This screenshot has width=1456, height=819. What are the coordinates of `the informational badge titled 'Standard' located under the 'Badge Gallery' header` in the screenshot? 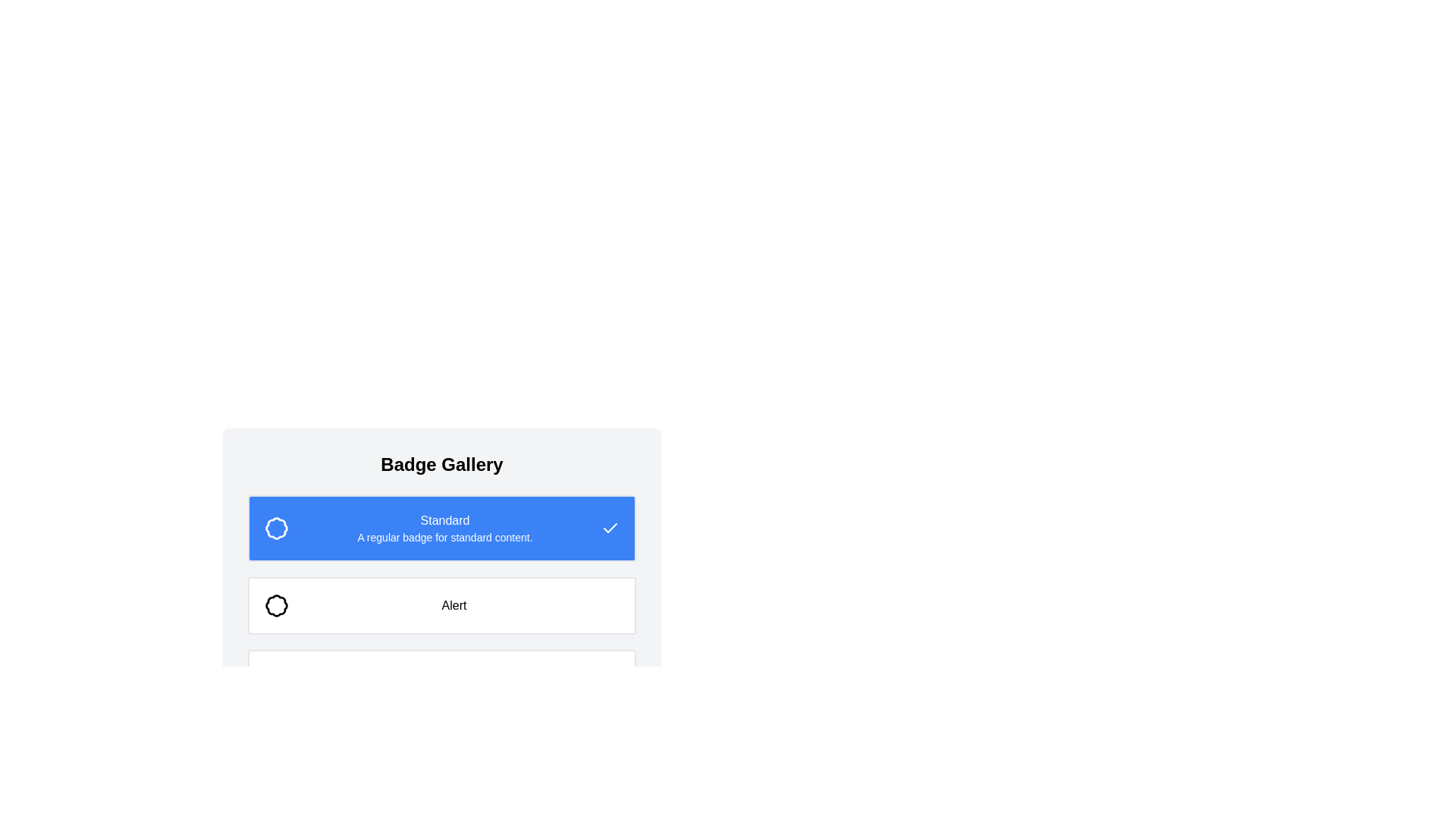 It's located at (441, 528).